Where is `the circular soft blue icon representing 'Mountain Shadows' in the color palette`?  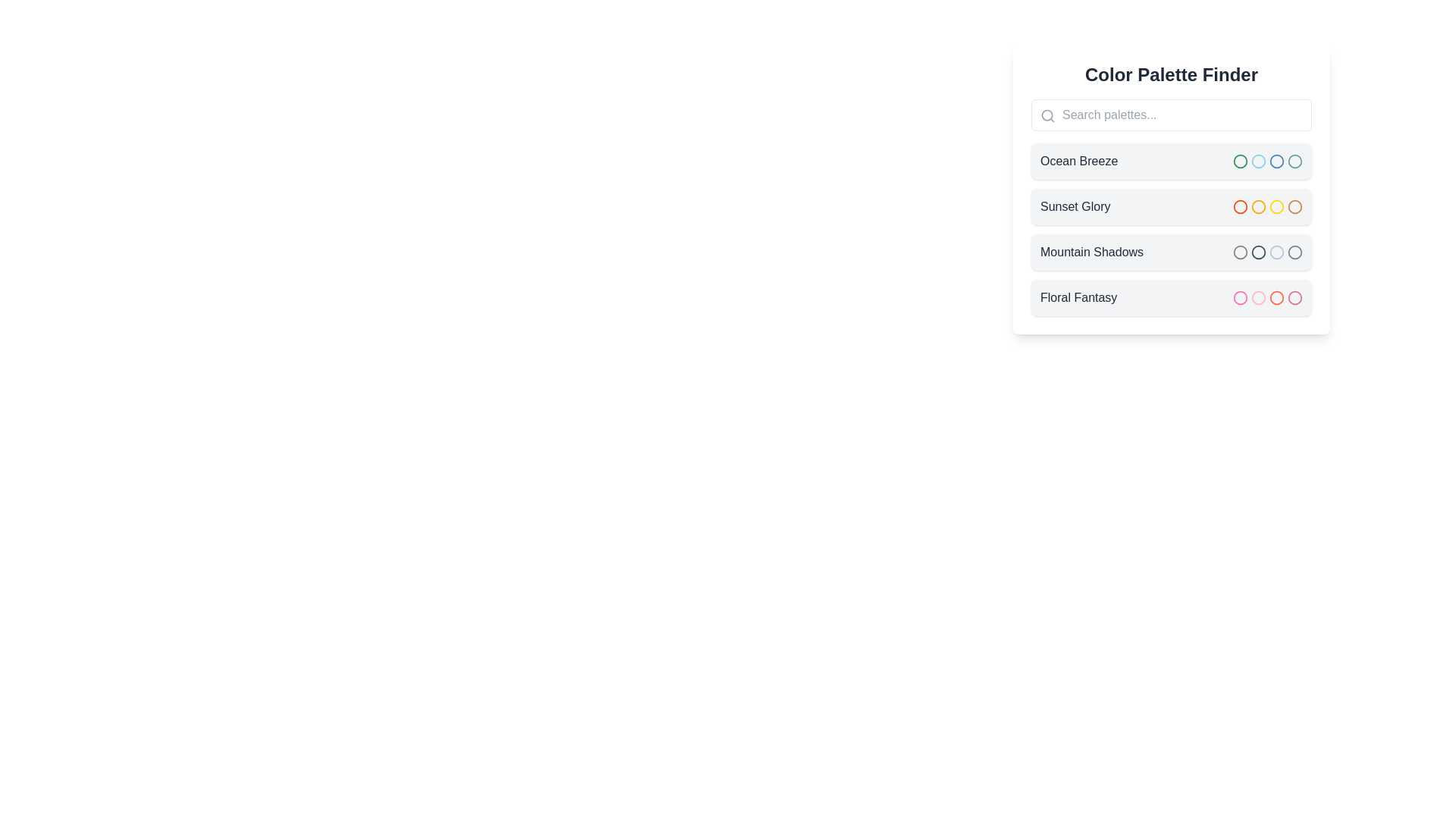
the circular soft blue icon representing 'Mountain Shadows' in the color palette is located at coordinates (1276, 251).